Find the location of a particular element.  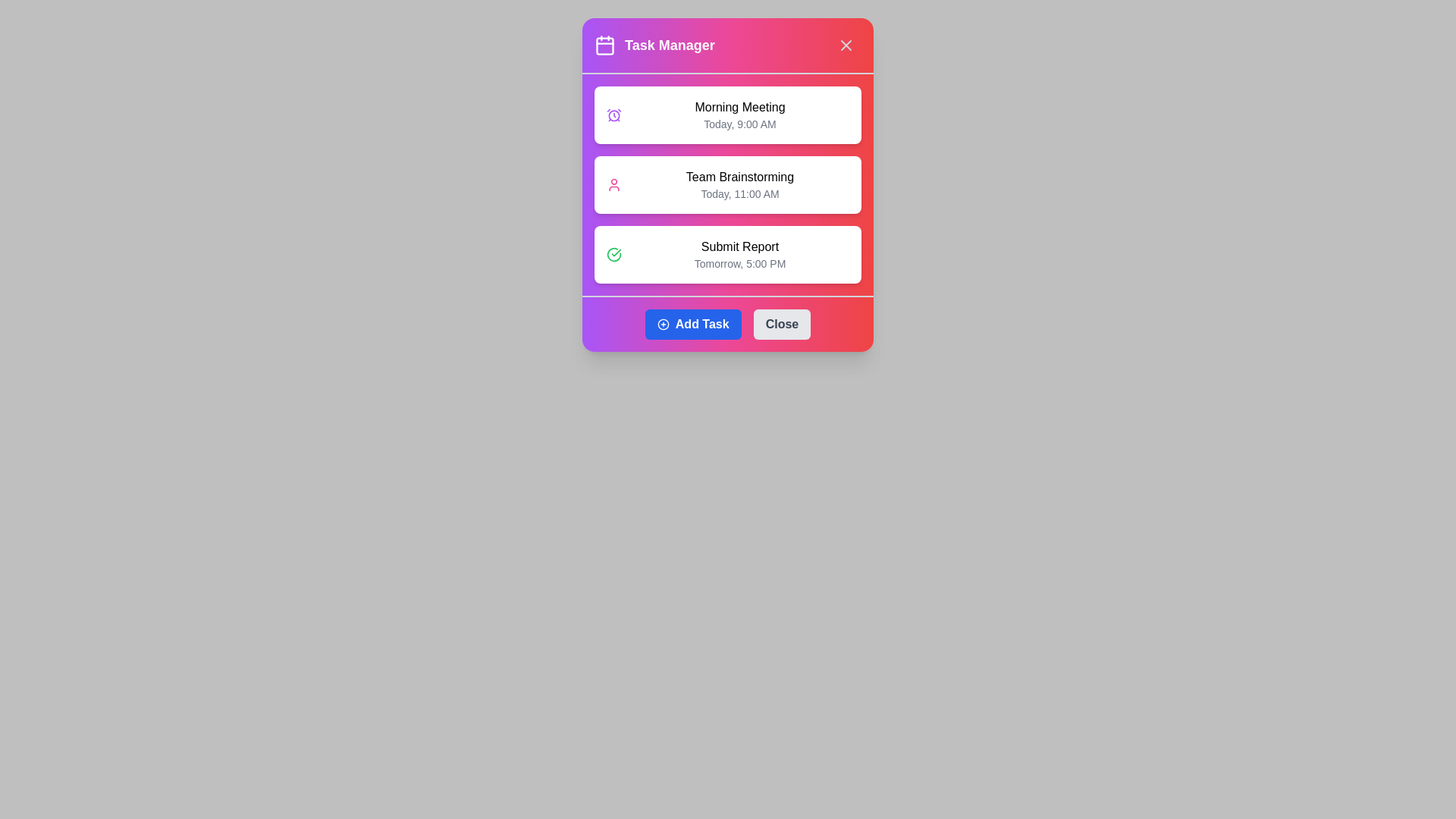

the text label that reads 'Tomorrow, 5:00 PM', which is located at the bottom of the 'Submit Report' section, directly beneath the title text 'Submit Report' is located at coordinates (739, 262).